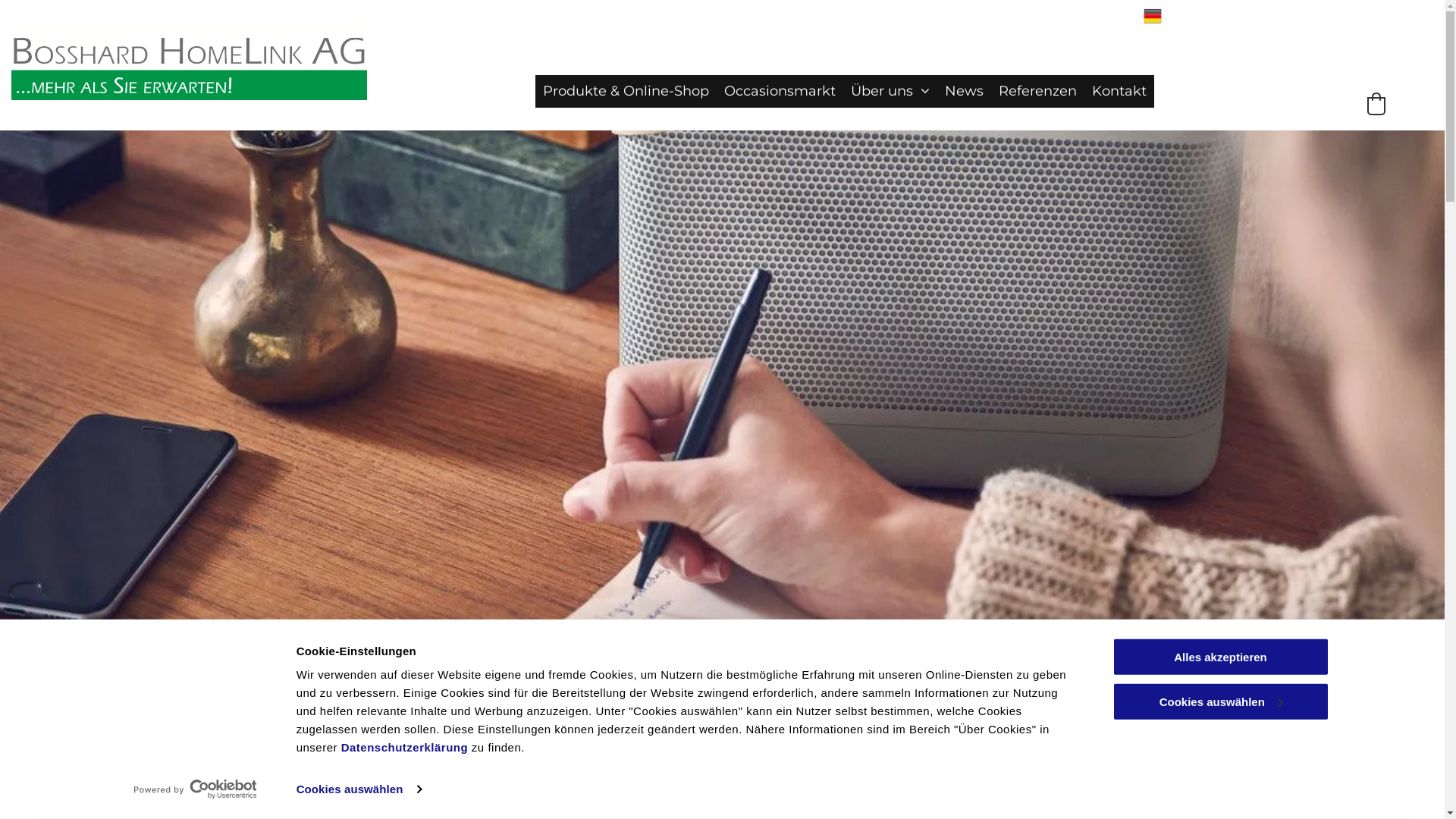 The height and width of the screenshot is (819, 1456). Describe the element at coordinates (780, 91) in the screenshot. I see `'Occasionsmarkt'` at that location.